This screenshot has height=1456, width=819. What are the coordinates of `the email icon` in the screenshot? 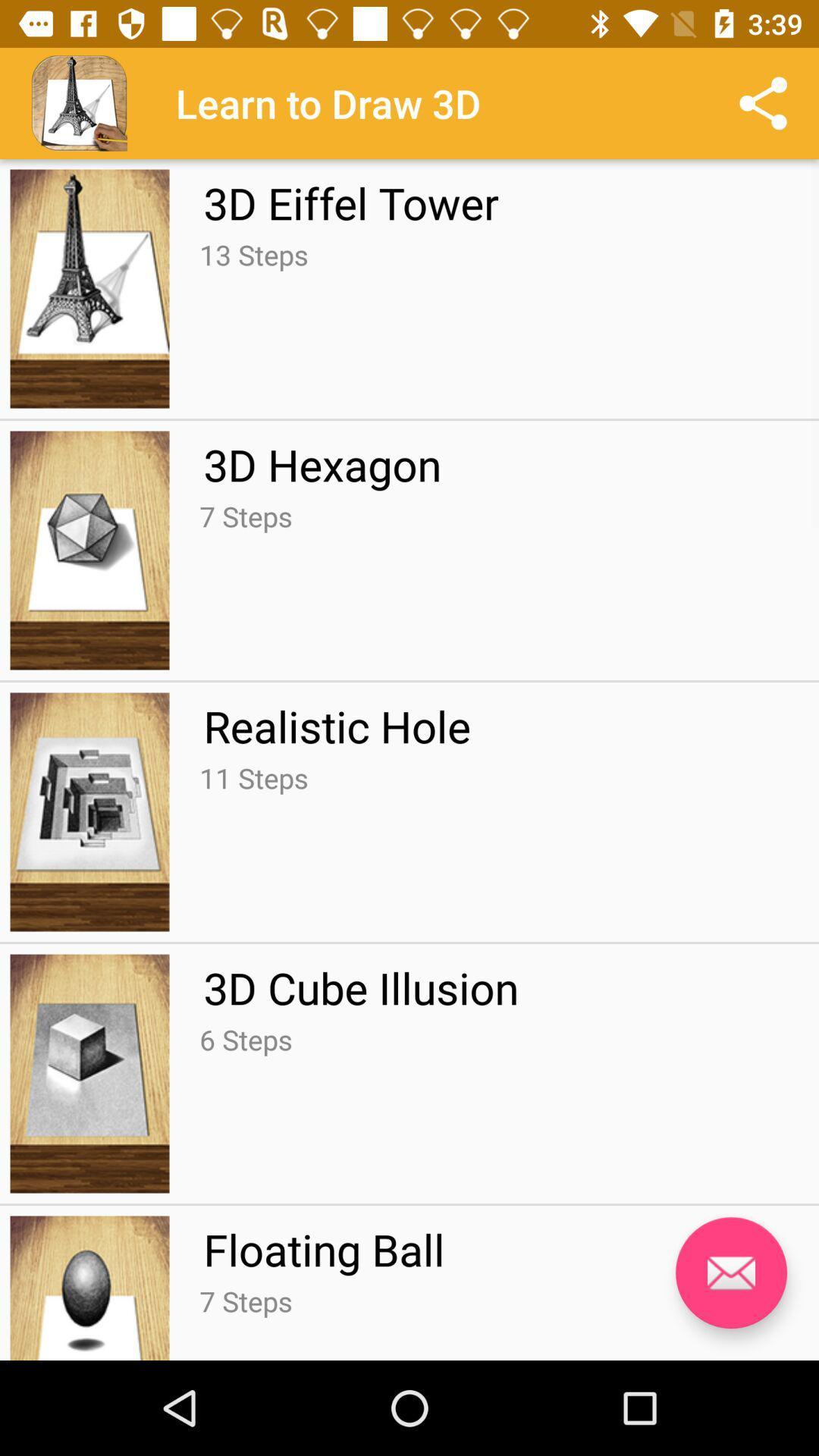 It's located at (730, 1272).